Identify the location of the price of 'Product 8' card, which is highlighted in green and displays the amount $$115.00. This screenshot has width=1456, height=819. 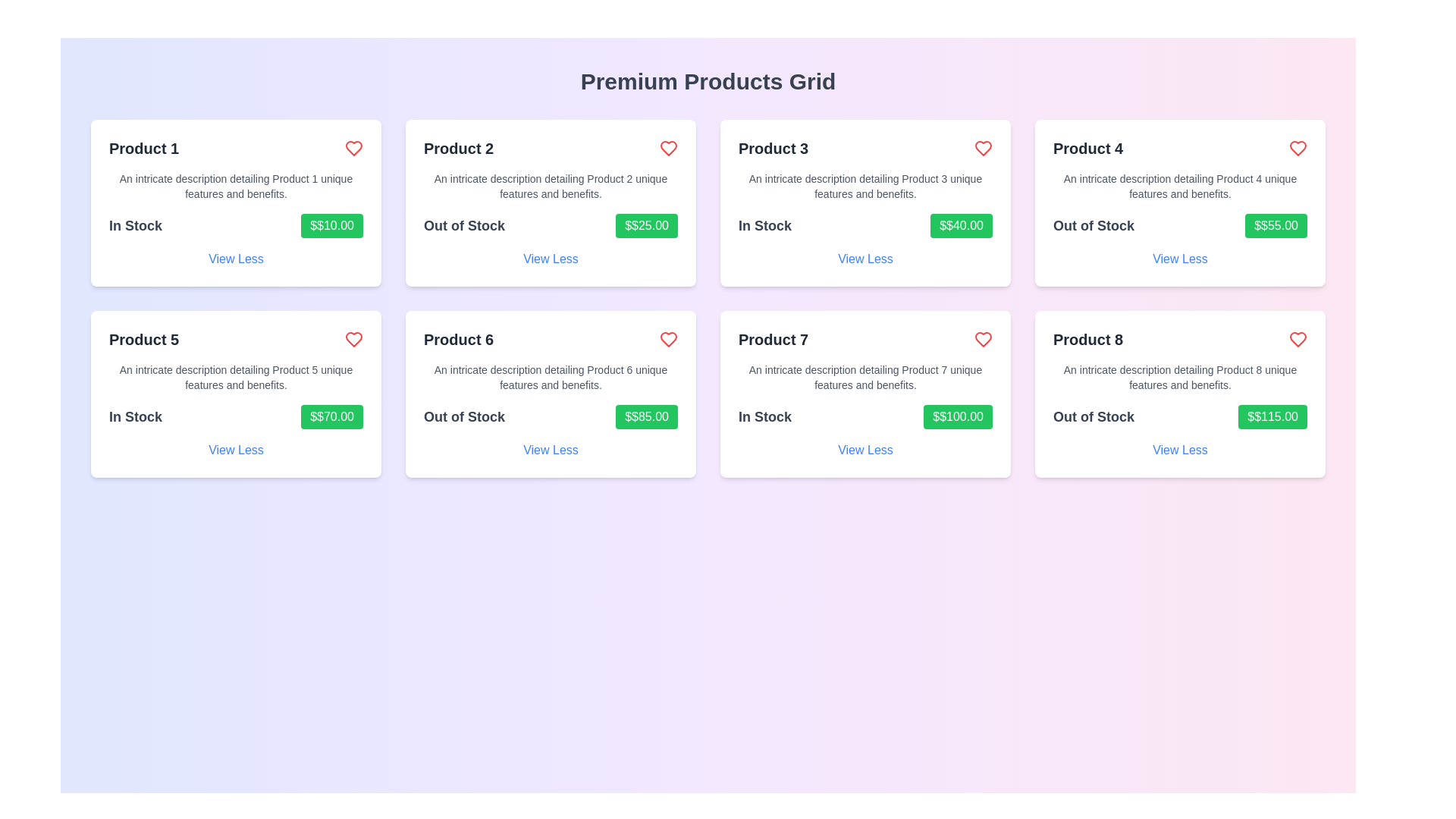
(1179, 394).